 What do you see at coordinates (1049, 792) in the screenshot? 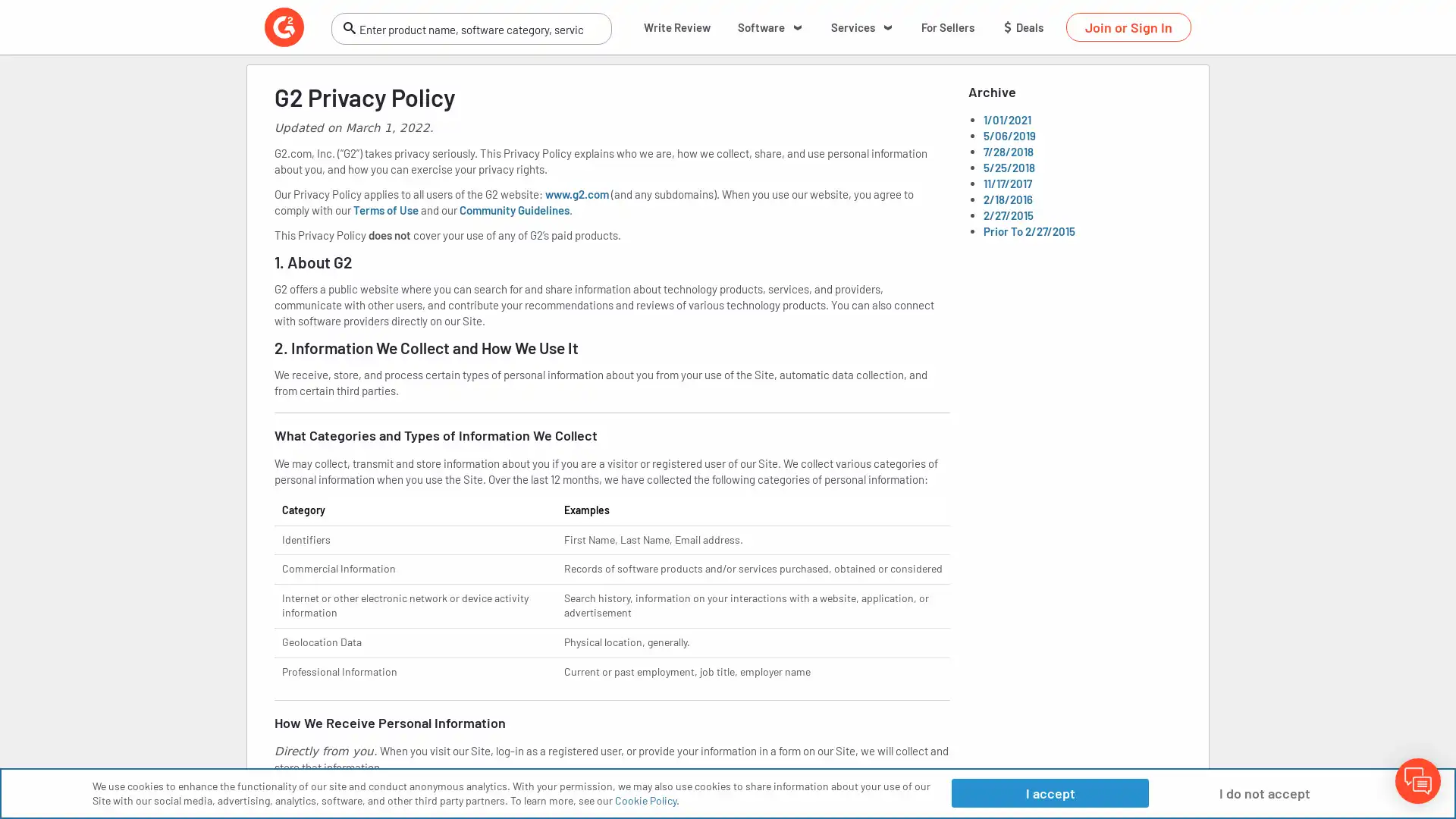
I see `I accept` at bounding box center [1049, 792].